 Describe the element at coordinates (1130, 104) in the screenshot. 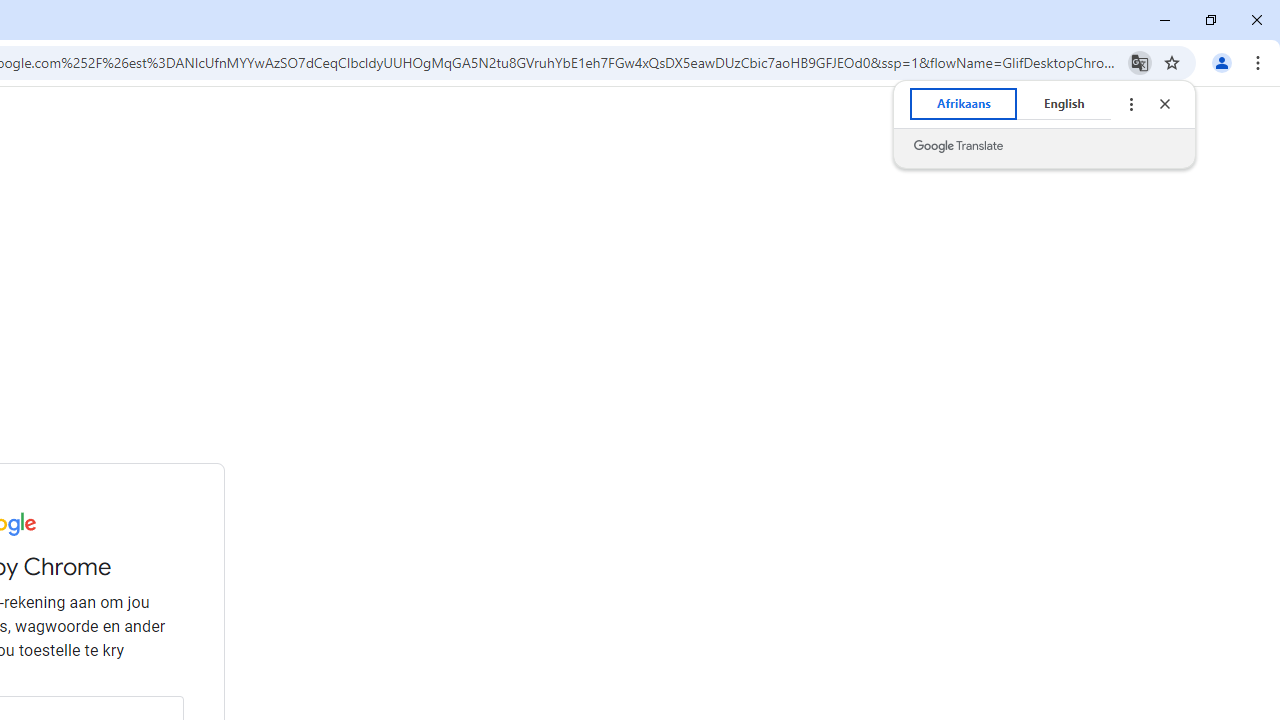

I see `'Translate options'` at that location.